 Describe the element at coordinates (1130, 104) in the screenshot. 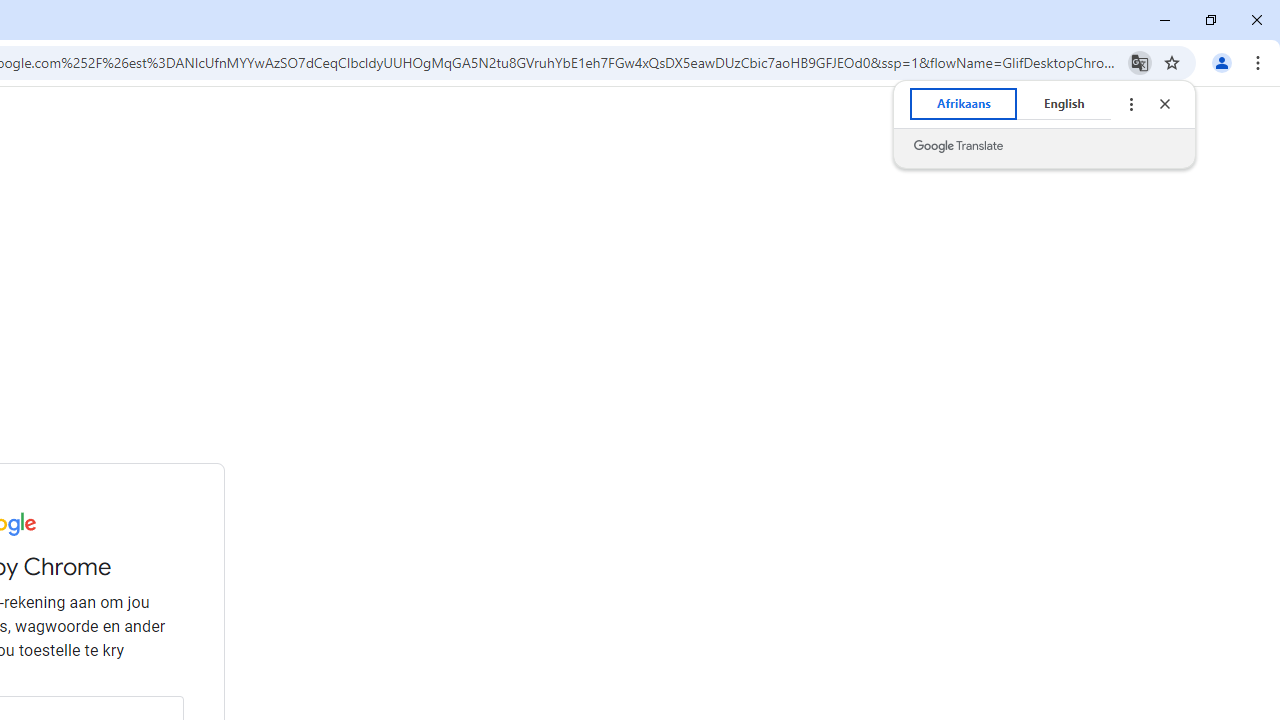

I see `'Translate options'` at that location.